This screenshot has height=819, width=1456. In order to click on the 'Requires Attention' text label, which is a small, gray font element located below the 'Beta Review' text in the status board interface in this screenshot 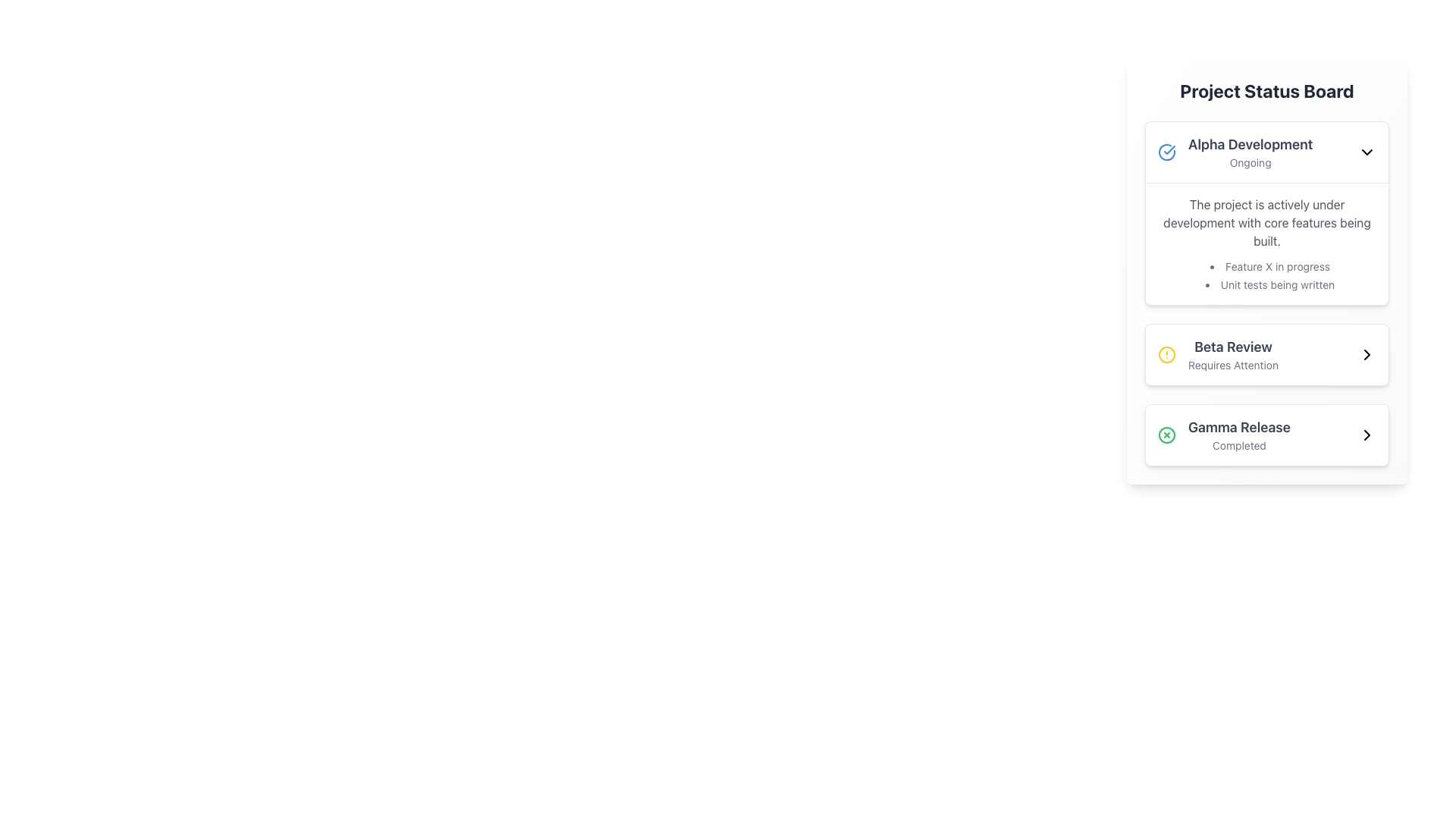, I will do `click(1233, 366)`.